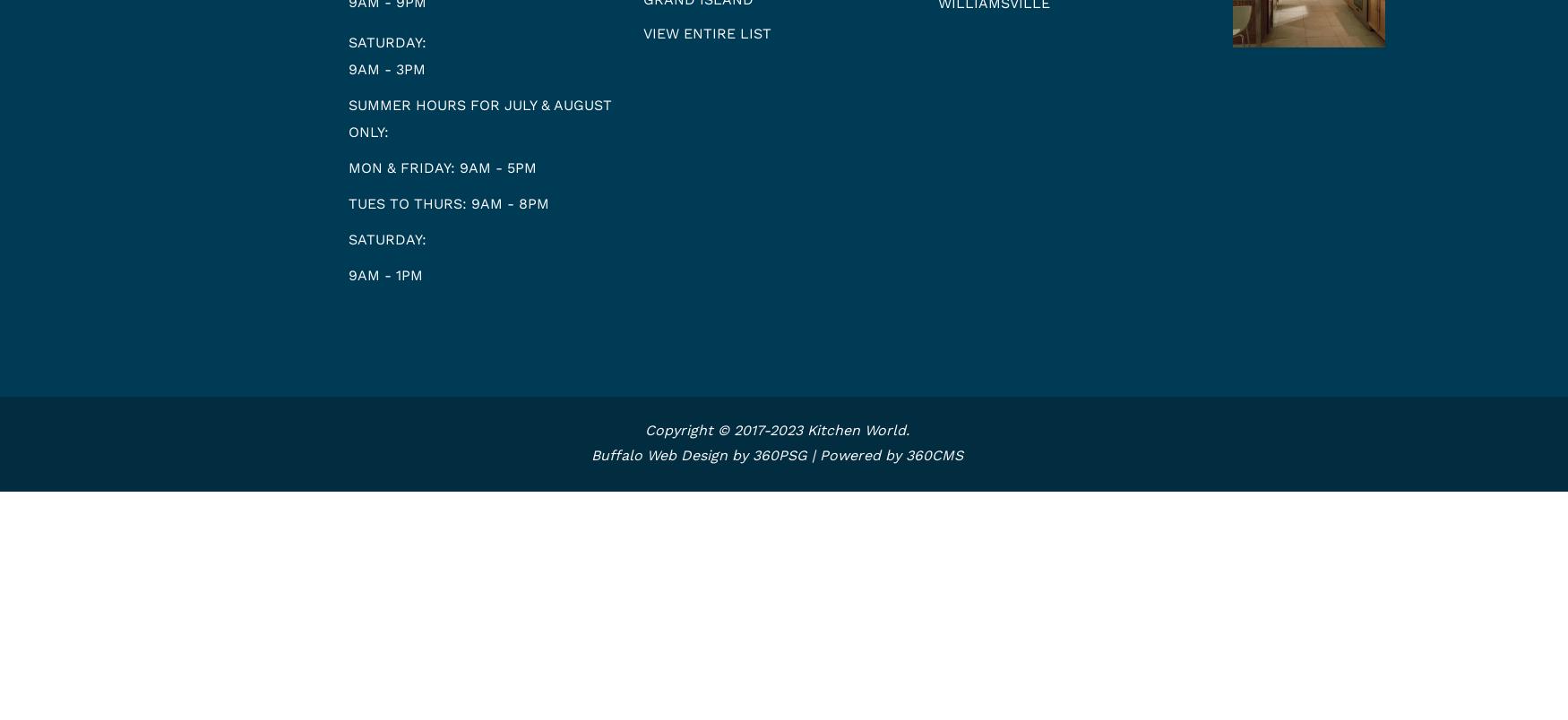 The image size is (1568, 720). What do you see at coordinates (441, 167) in the screenshot?
I see `'Mon & Friday: 9am - 5pm'` at bounding box center [441, 167].